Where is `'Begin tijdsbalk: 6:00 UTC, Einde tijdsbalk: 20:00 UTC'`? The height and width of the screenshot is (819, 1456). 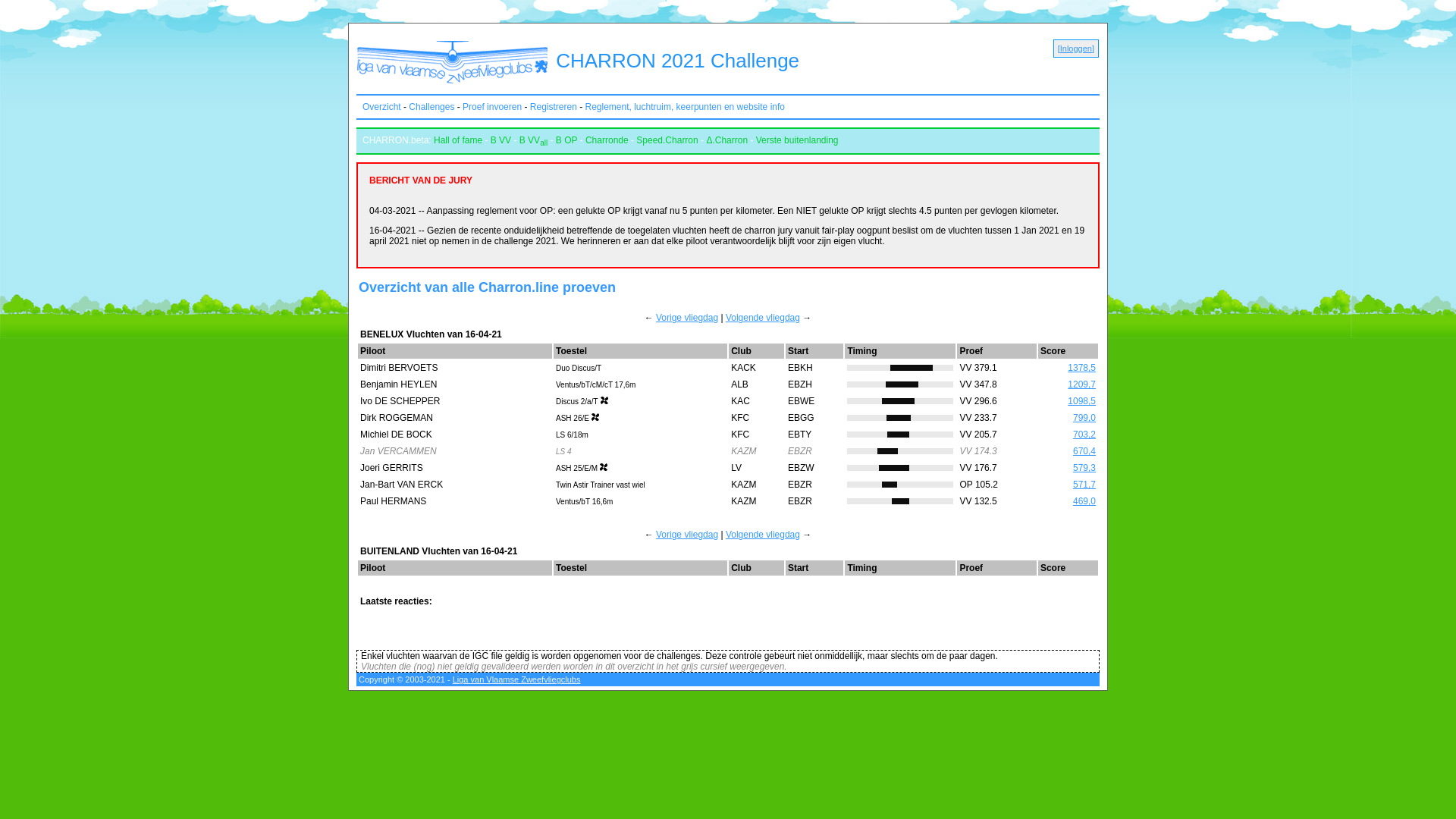 'Begin tijdsbalk: 6:00 UTC, Einde tijdsbalk: 20:00 UTC' is located at coordinates (899, 383).